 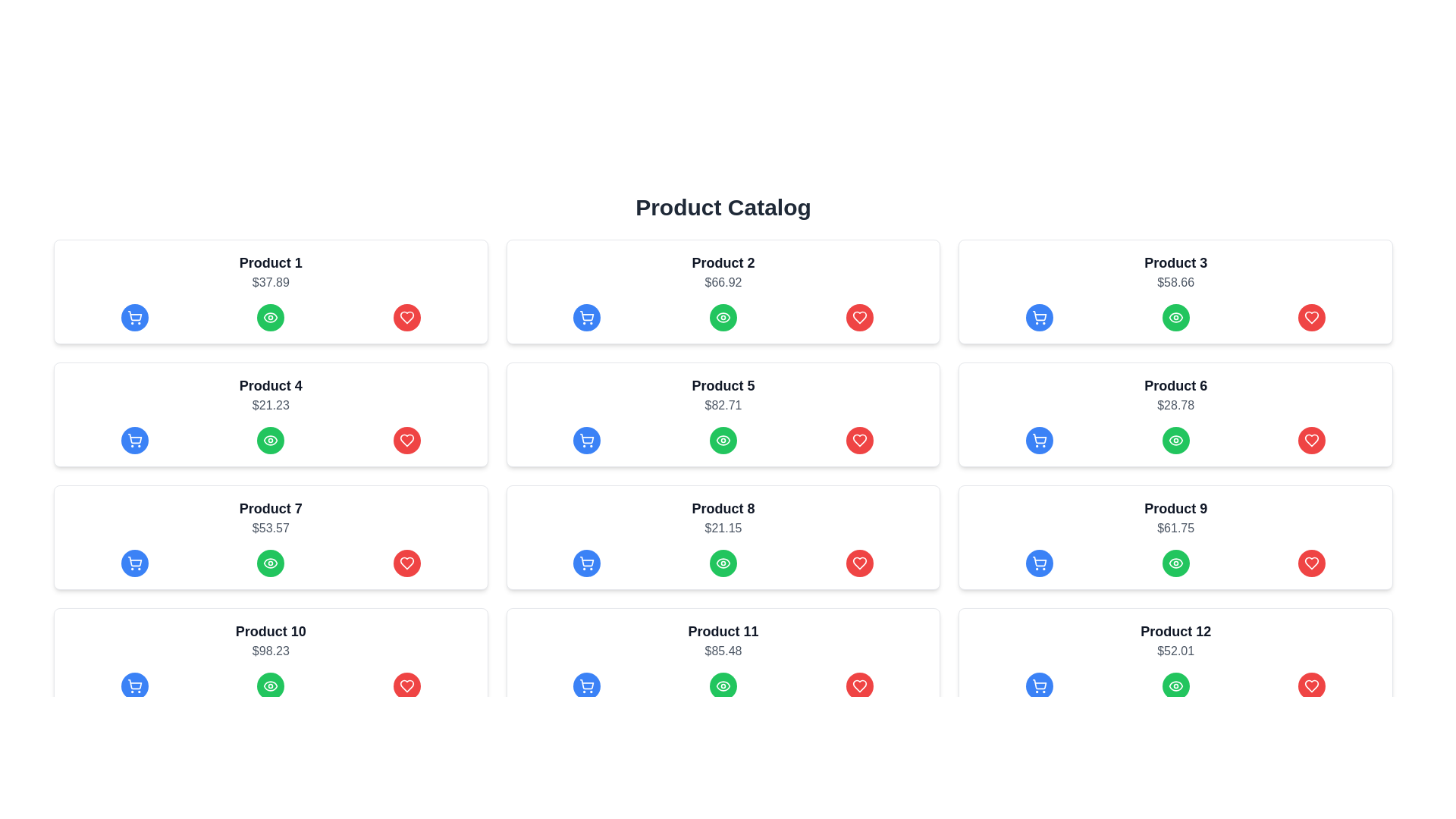 I want to click on the favorite button located in the bottom-right corner of the product card, so click(x=406, y=686).